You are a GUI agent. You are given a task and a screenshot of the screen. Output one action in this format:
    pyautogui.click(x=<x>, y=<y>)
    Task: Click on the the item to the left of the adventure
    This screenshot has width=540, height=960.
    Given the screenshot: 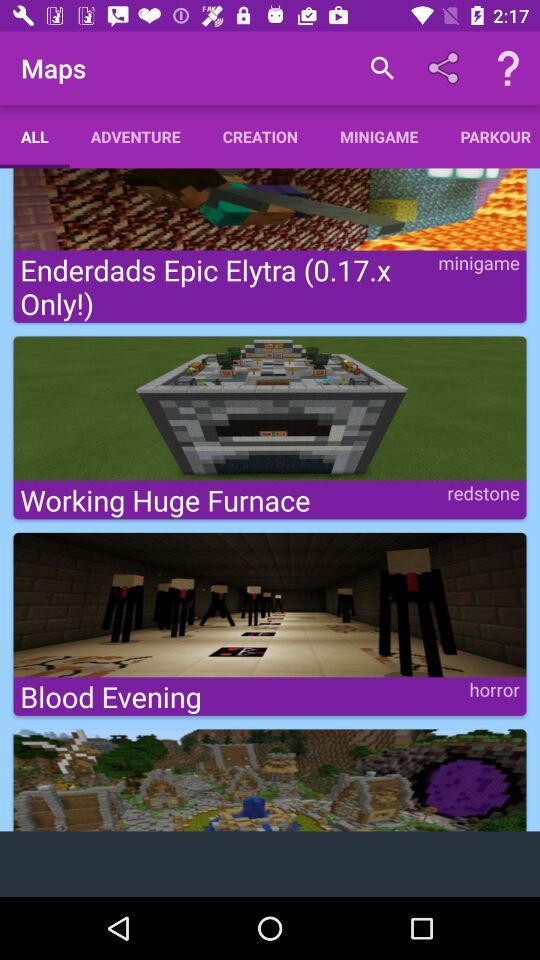 What is the action you would take?
    pyautogui.click(x=33, y=135)
    